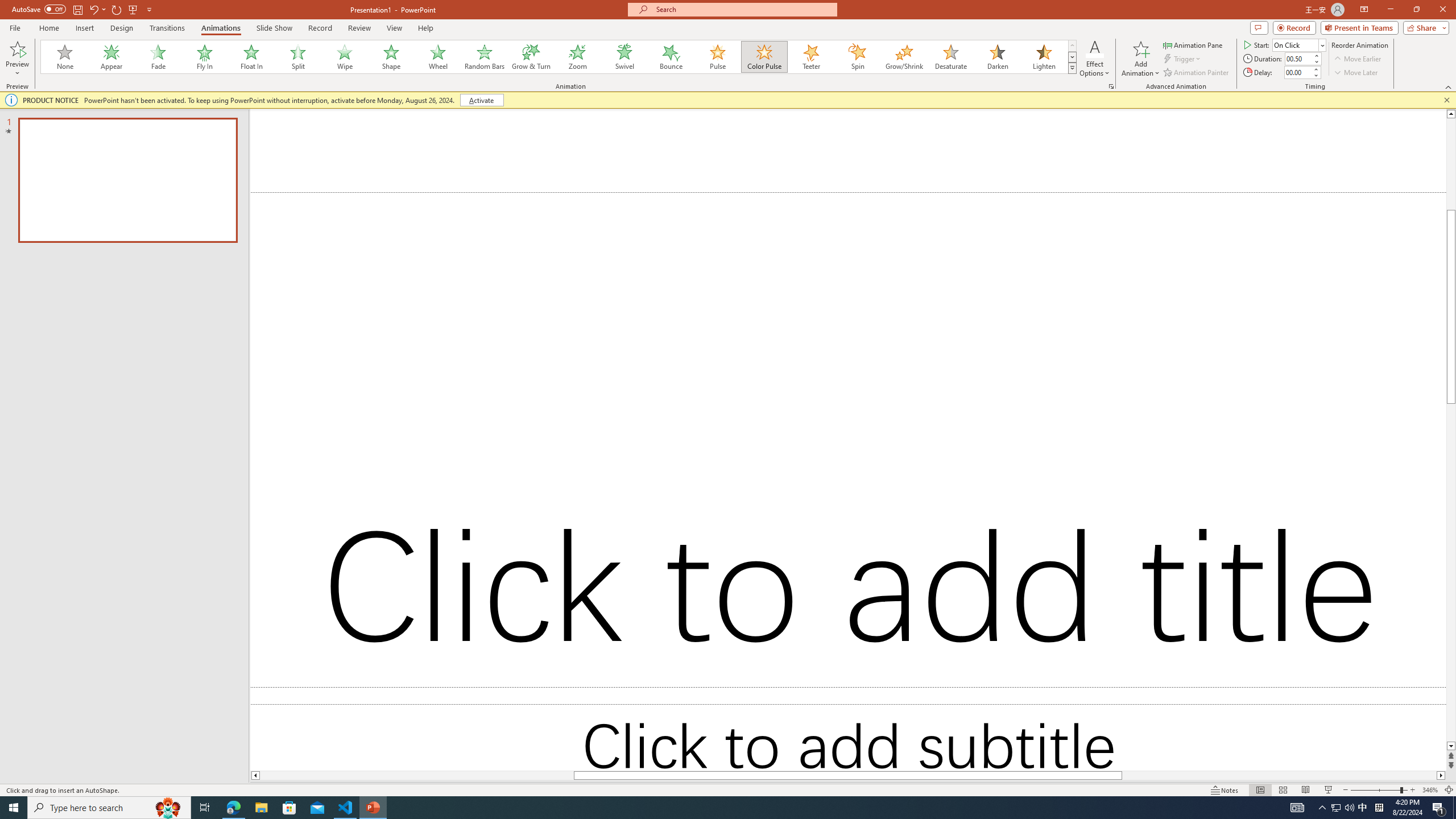  I want to click on 'Fly In', so click(204, 56).